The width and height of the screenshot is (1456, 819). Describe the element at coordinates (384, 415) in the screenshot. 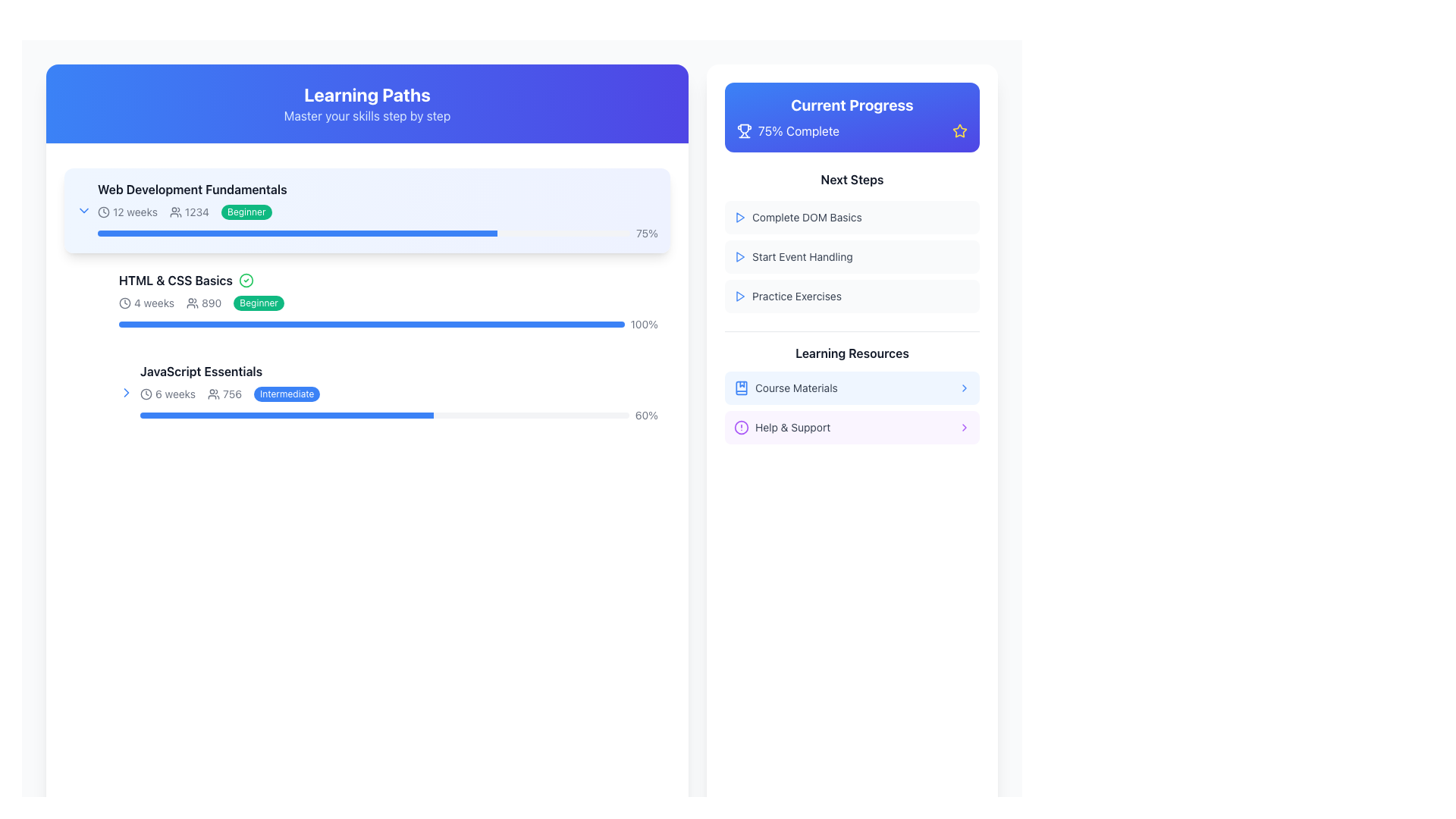

I see `the progress bar associated with the 'JavaScript Essentials' section, which is a horizontal rectangle with a gray background and a blue progress indicator filling 60% of its width` at that location.